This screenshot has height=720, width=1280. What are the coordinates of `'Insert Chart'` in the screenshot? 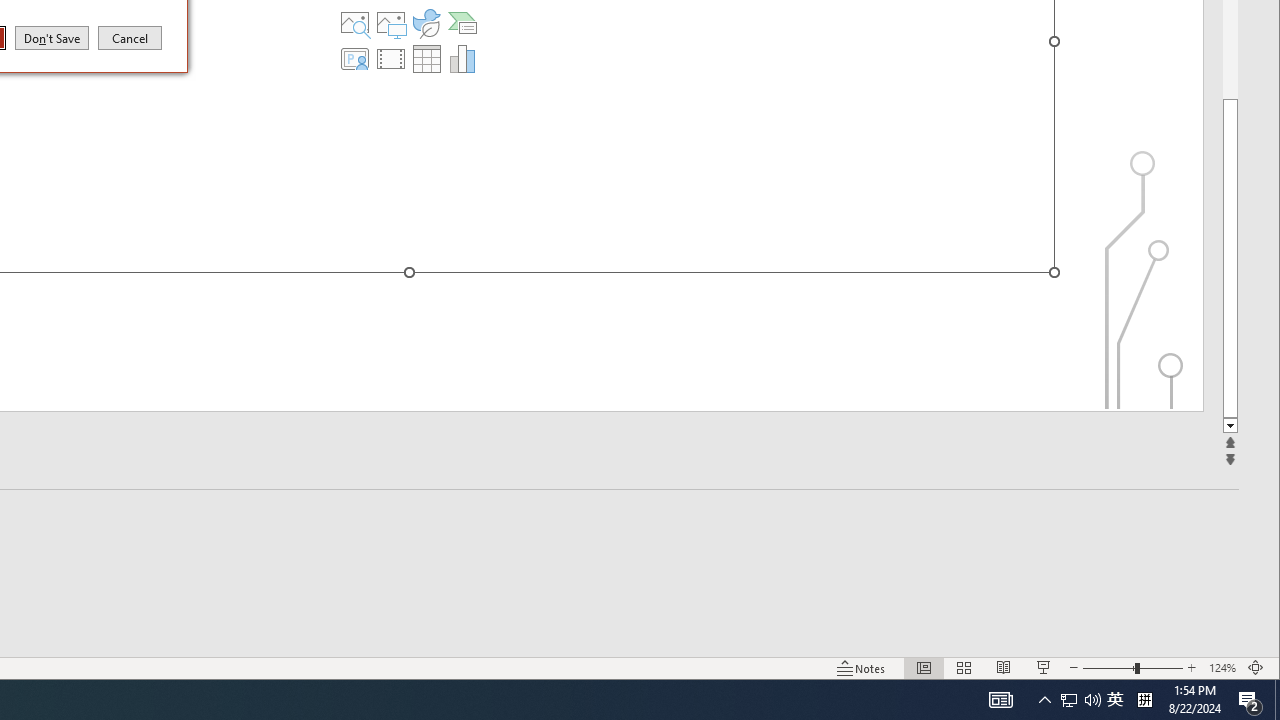 It's located at (461, 58).